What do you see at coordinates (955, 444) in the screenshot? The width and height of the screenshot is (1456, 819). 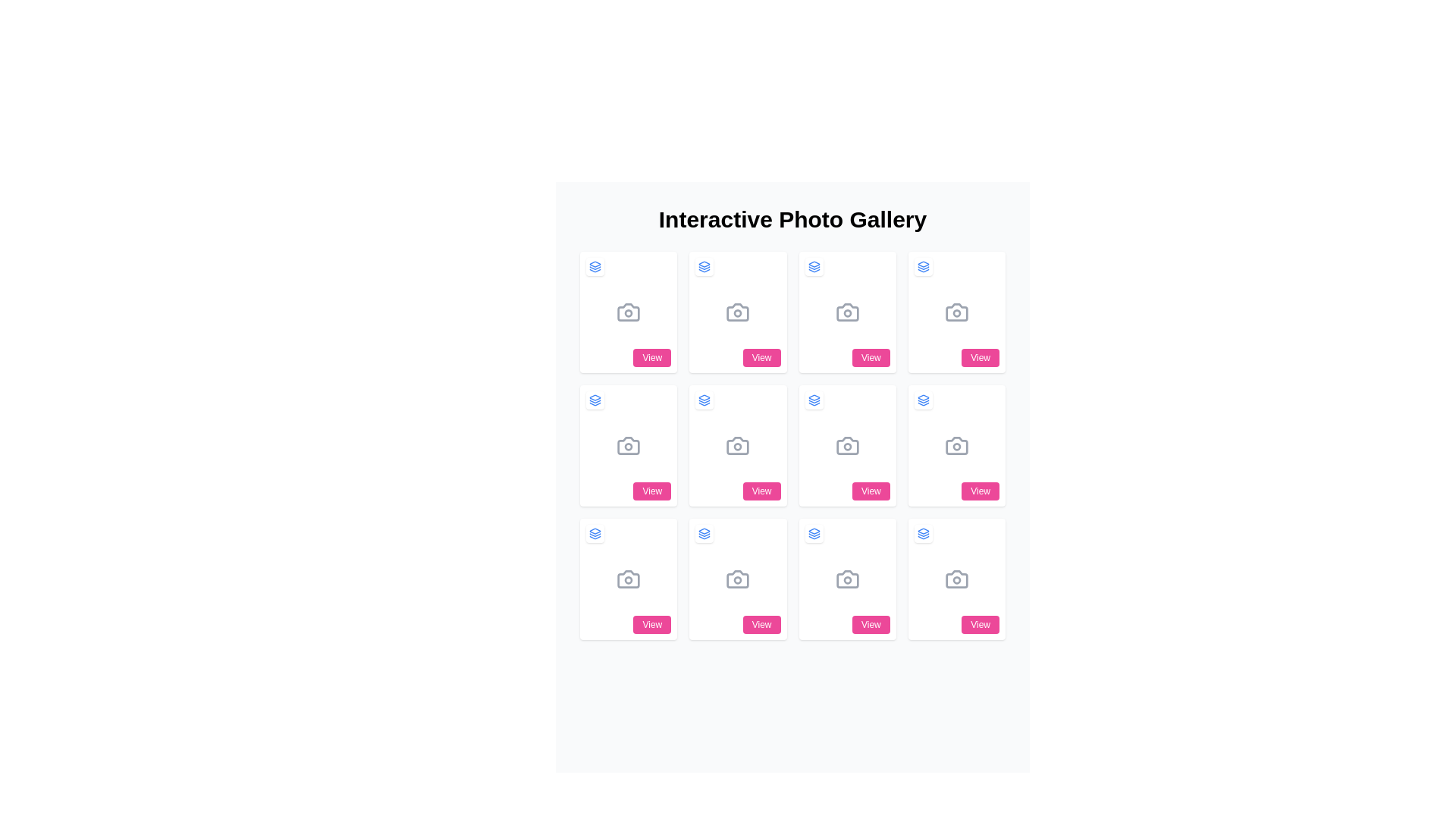 I see `the stylized camera icon, which is a gray outline with a lens in the center, located in the third row and third column of the grid layout` at bounding box center [955, 444].